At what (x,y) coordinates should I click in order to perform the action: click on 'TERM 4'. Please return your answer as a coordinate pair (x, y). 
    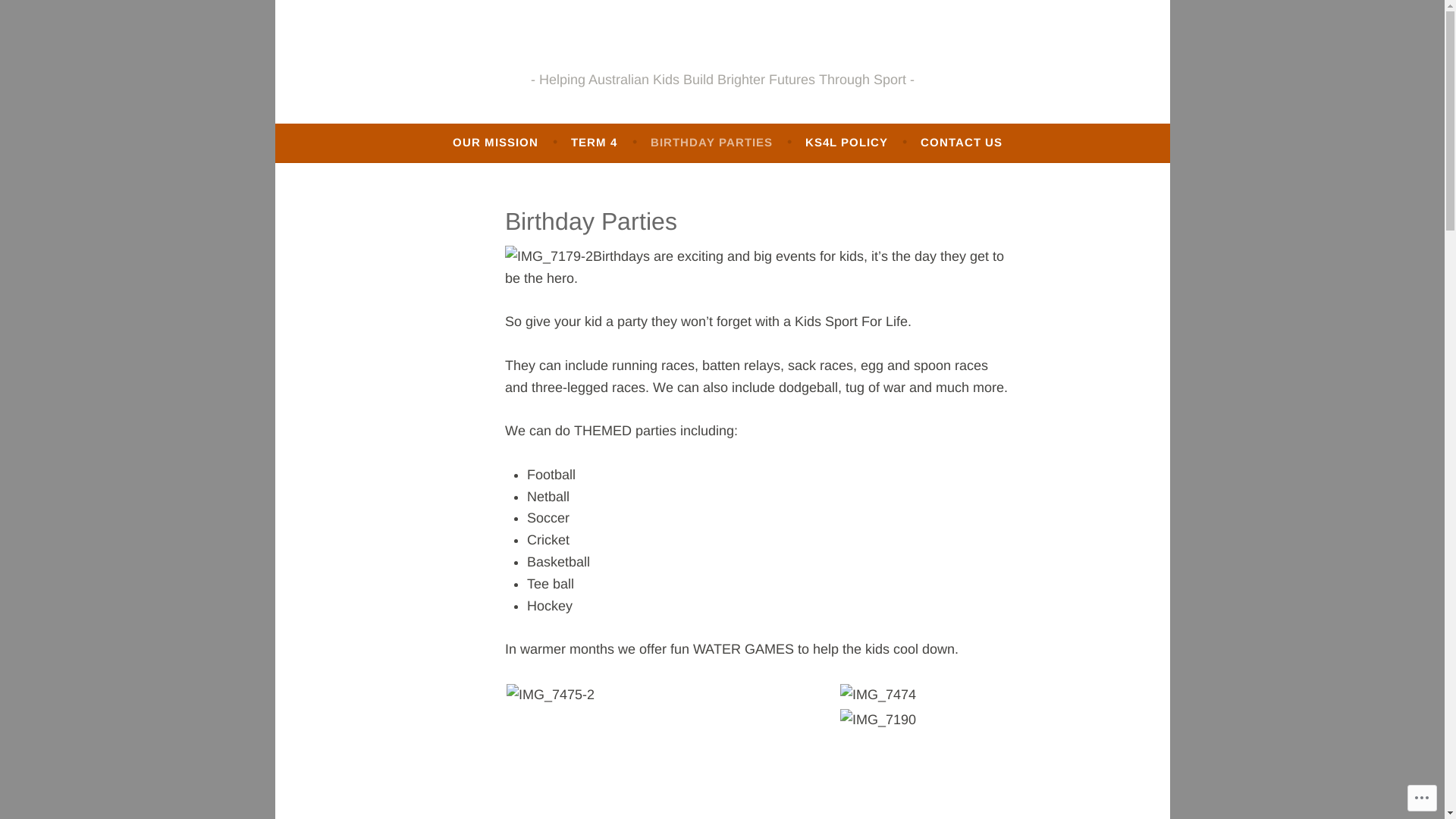
    Looking at the image, I should click on (593, 143).